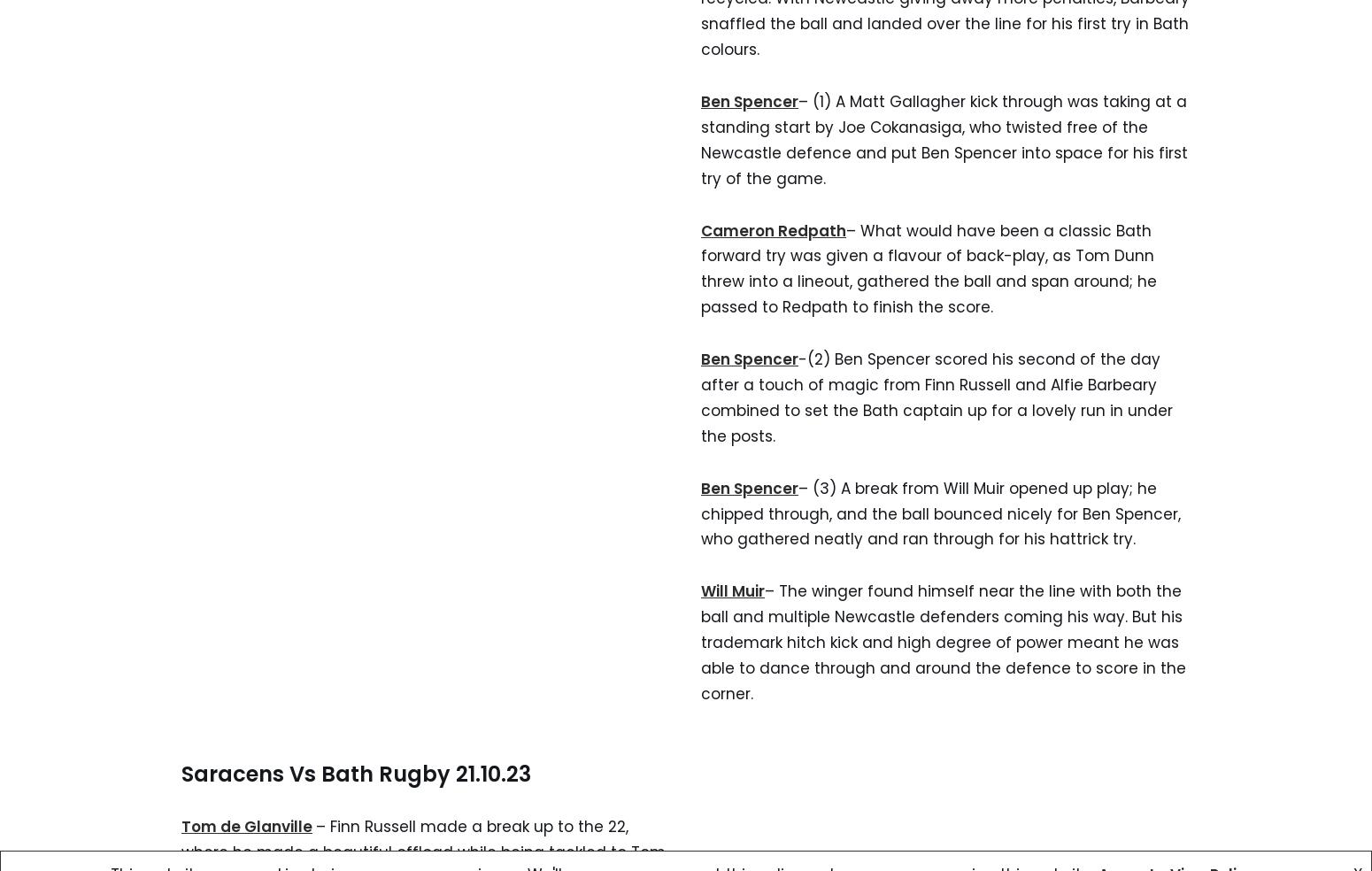 Image resolution: width=1372 pixels, height=871 pixels. I want to click on '– What would have been a classic Bath forward try was given a flavour of back-play, as Tom Dunn threw into a lineout, gathered the ball and span around; he passed to Redpath to finish the score.', so click(700, 267).